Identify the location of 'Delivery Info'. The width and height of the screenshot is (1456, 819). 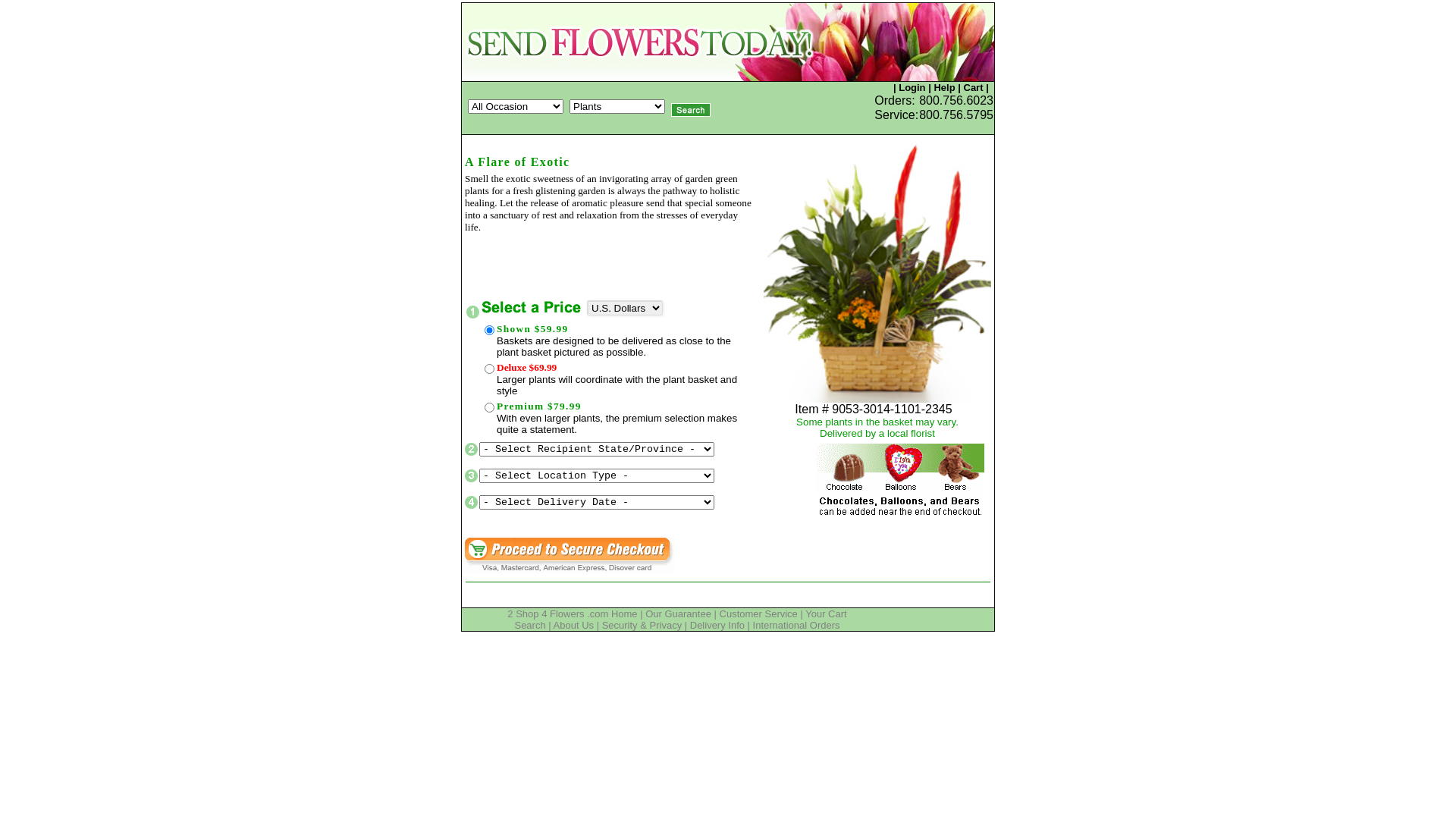
(716, 625).